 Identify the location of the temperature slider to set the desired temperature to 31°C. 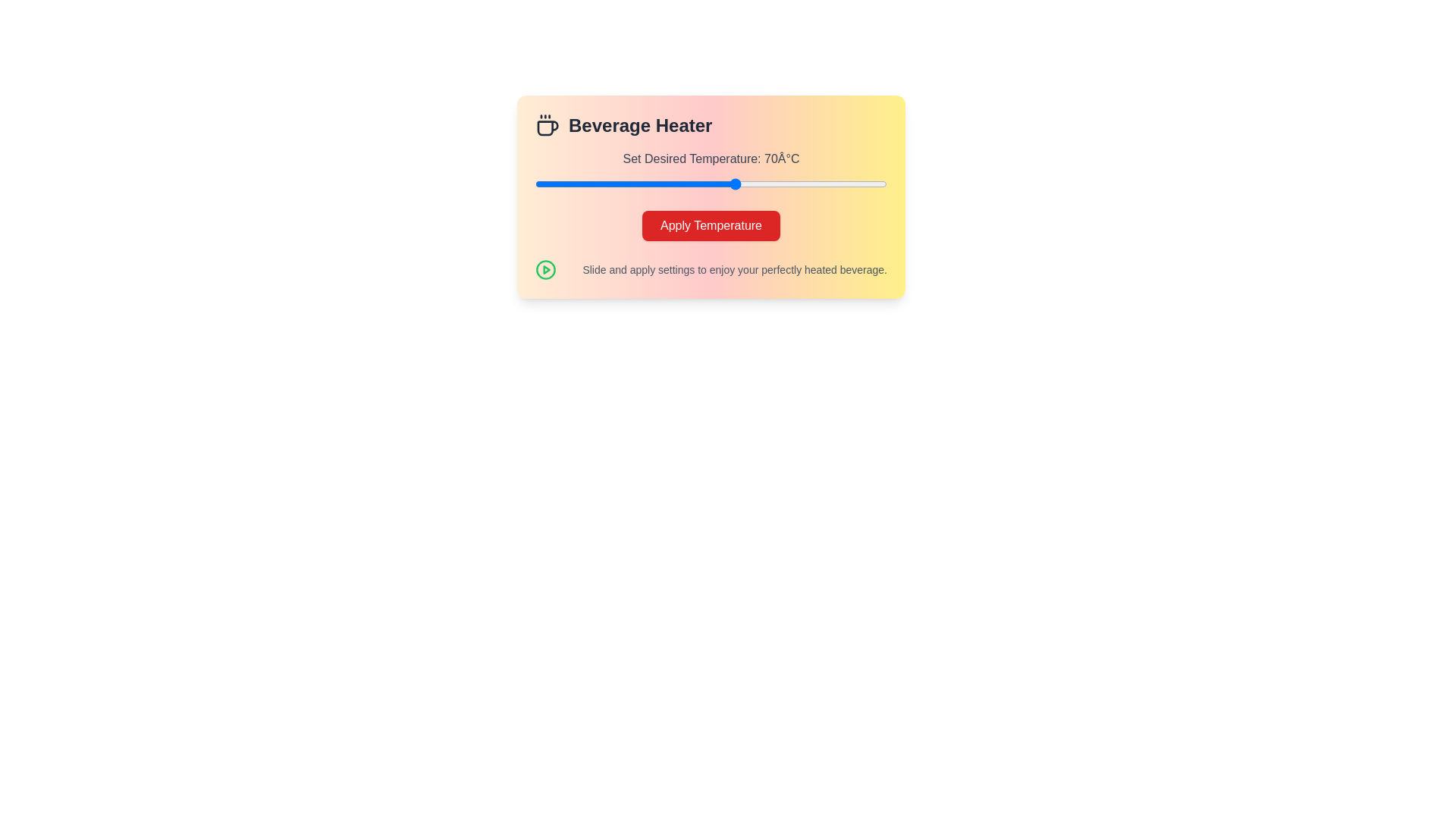
(540, 184).